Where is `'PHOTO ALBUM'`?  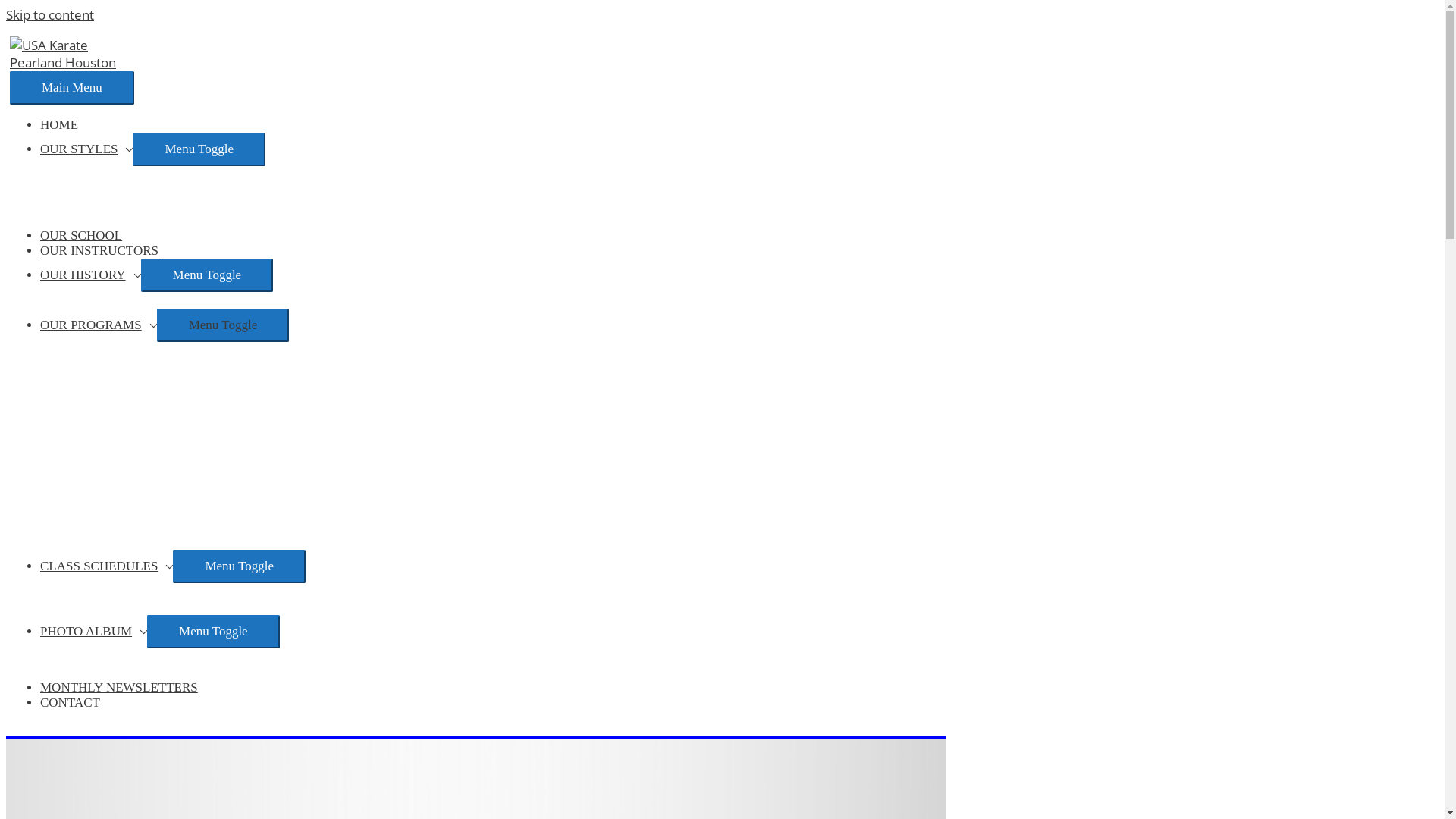 'PHOTO ALBUM' is located at coordinates (93, 631).